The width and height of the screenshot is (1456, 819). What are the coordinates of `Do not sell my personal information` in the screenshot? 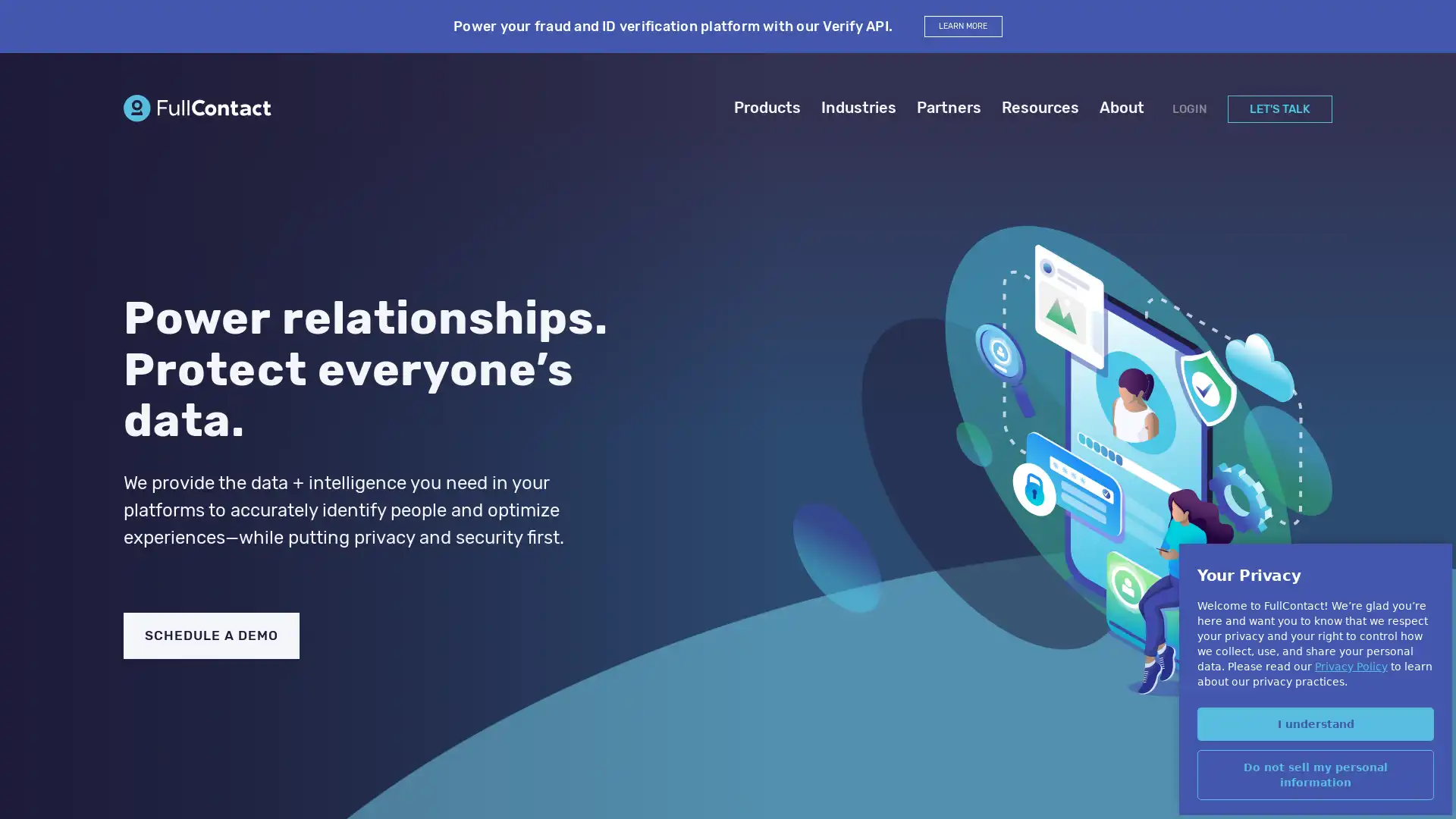 It's located at (1314, 774).